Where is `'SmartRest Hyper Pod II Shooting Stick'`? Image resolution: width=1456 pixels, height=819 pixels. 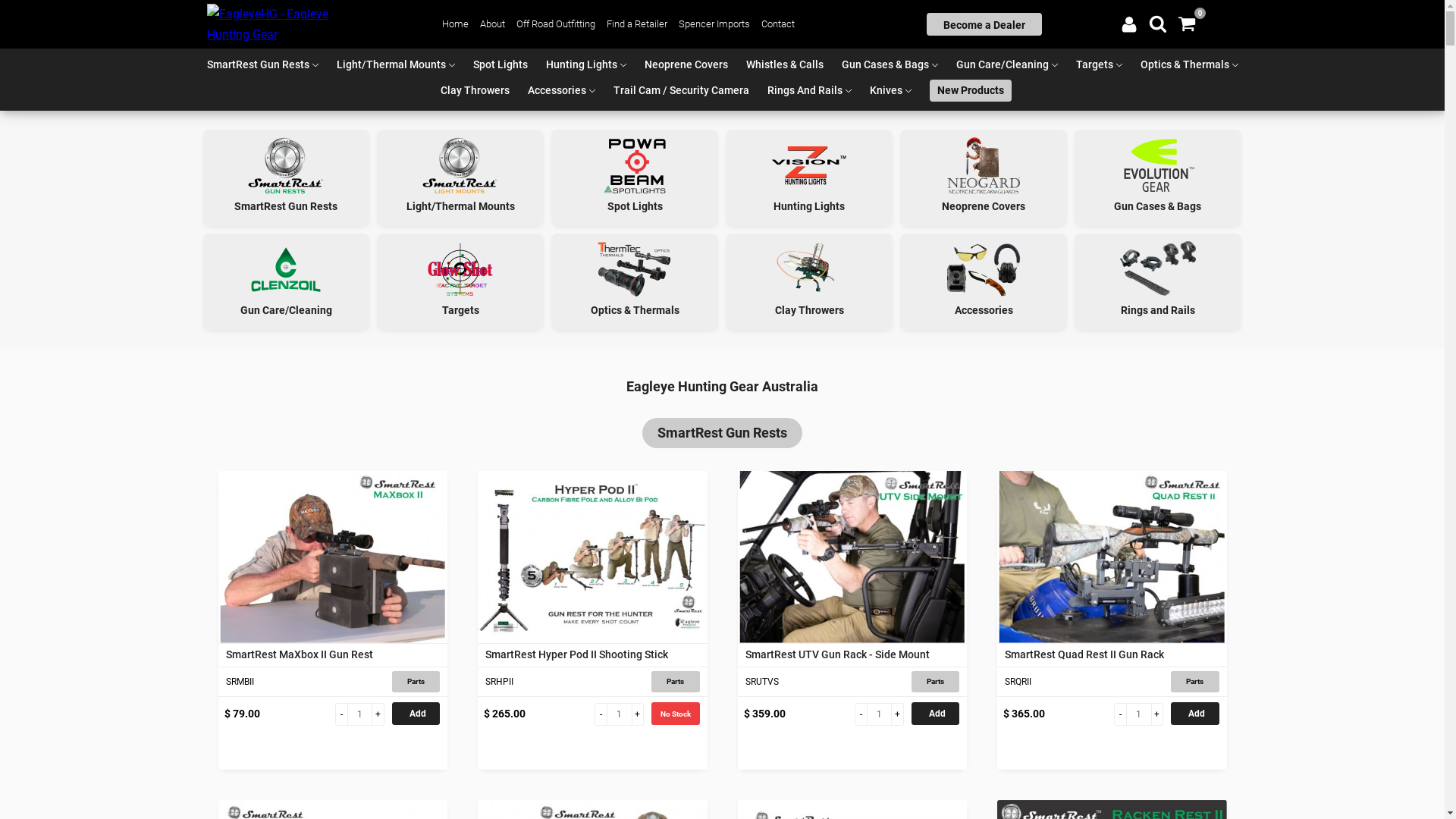
'SmartRest Hyper Pod II Shooting Stick' is located at coordinates (591, 654).